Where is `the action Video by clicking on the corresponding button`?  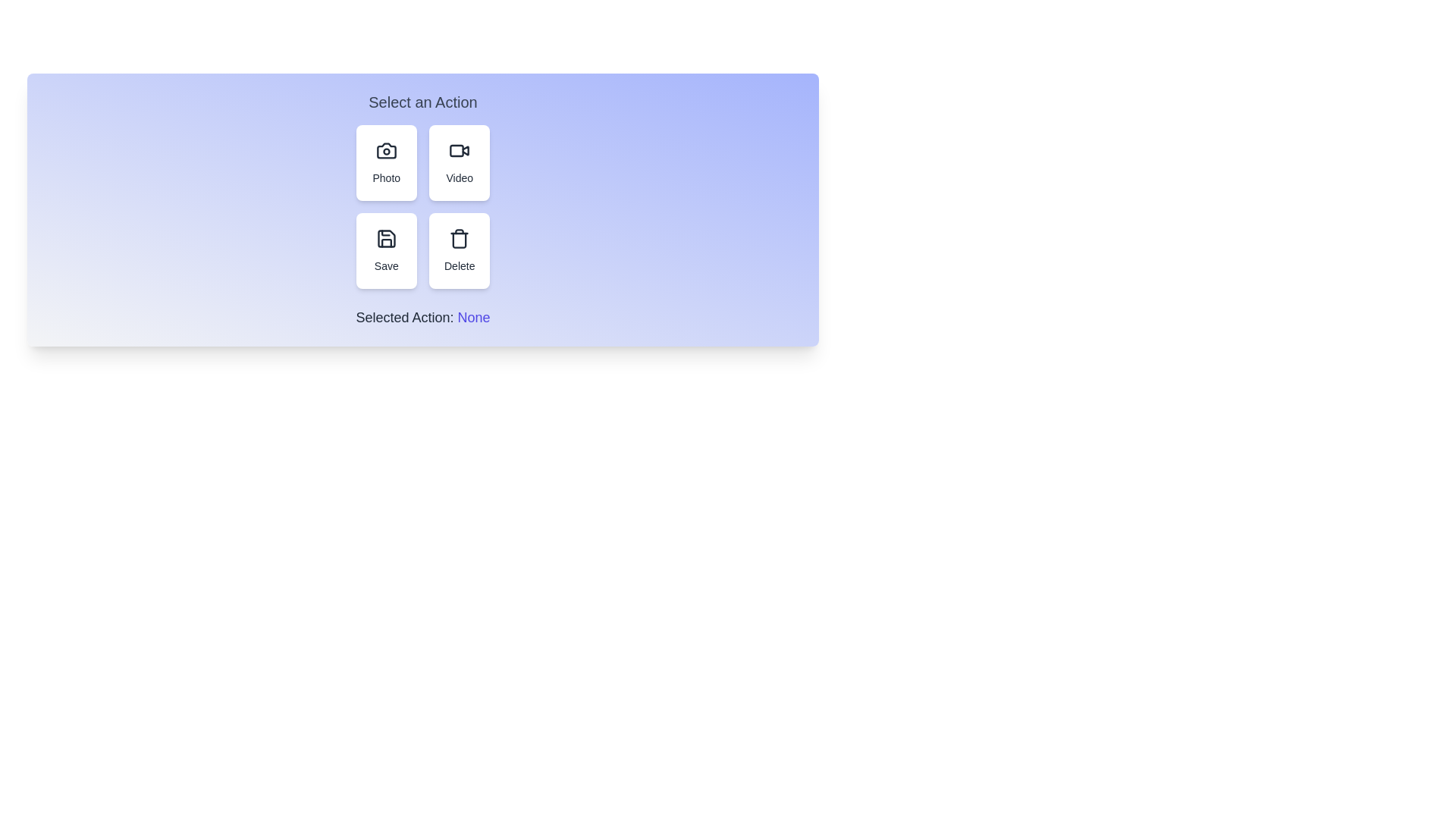
the action Video by clicking on the corresponding button is located at coordinates (459, 163).